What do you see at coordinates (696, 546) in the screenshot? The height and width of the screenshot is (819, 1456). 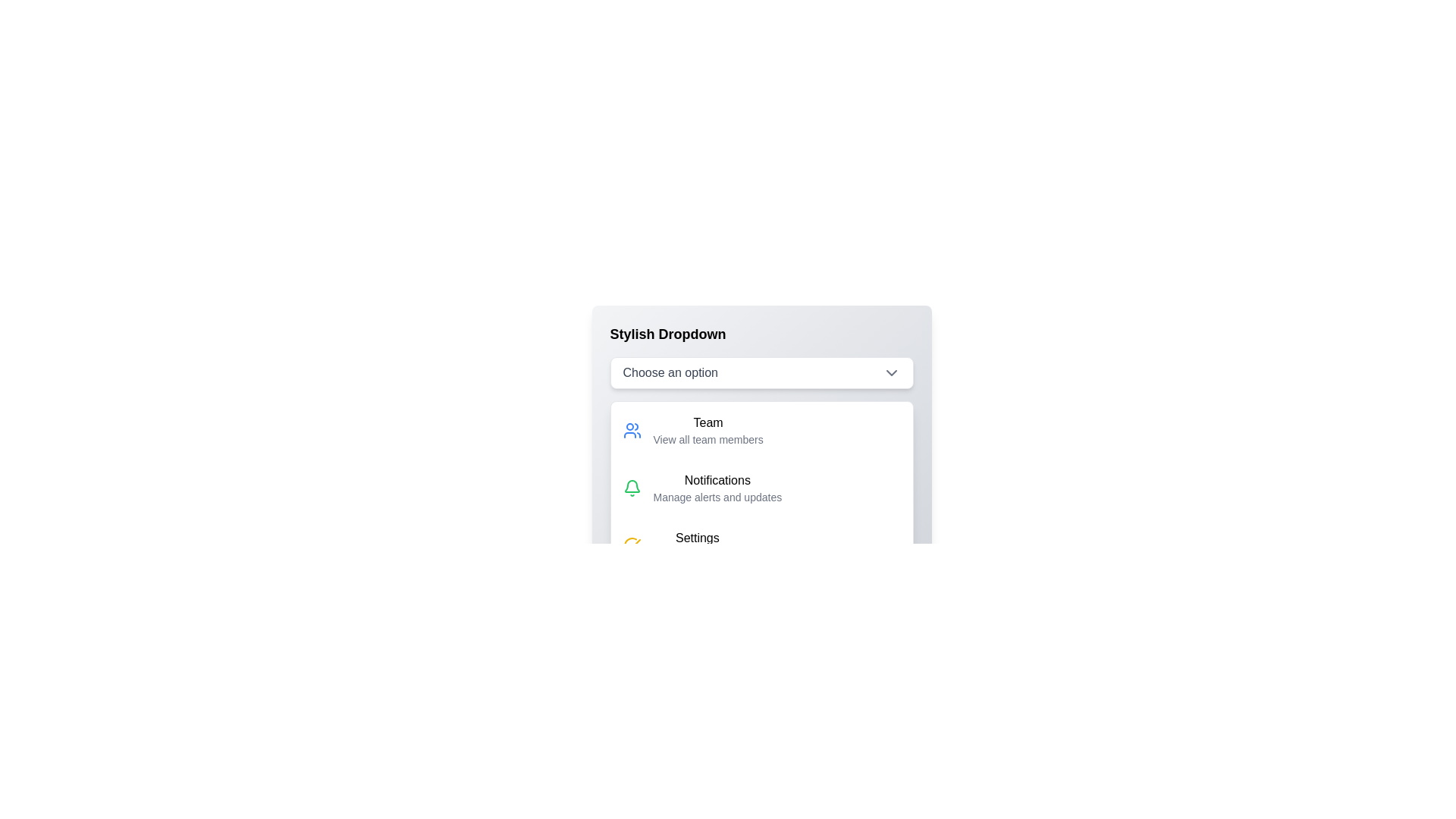 I see `the third item in the dropdown menu that serves as a selectable option for accessing the settings page` at bounding box center [696, 546].